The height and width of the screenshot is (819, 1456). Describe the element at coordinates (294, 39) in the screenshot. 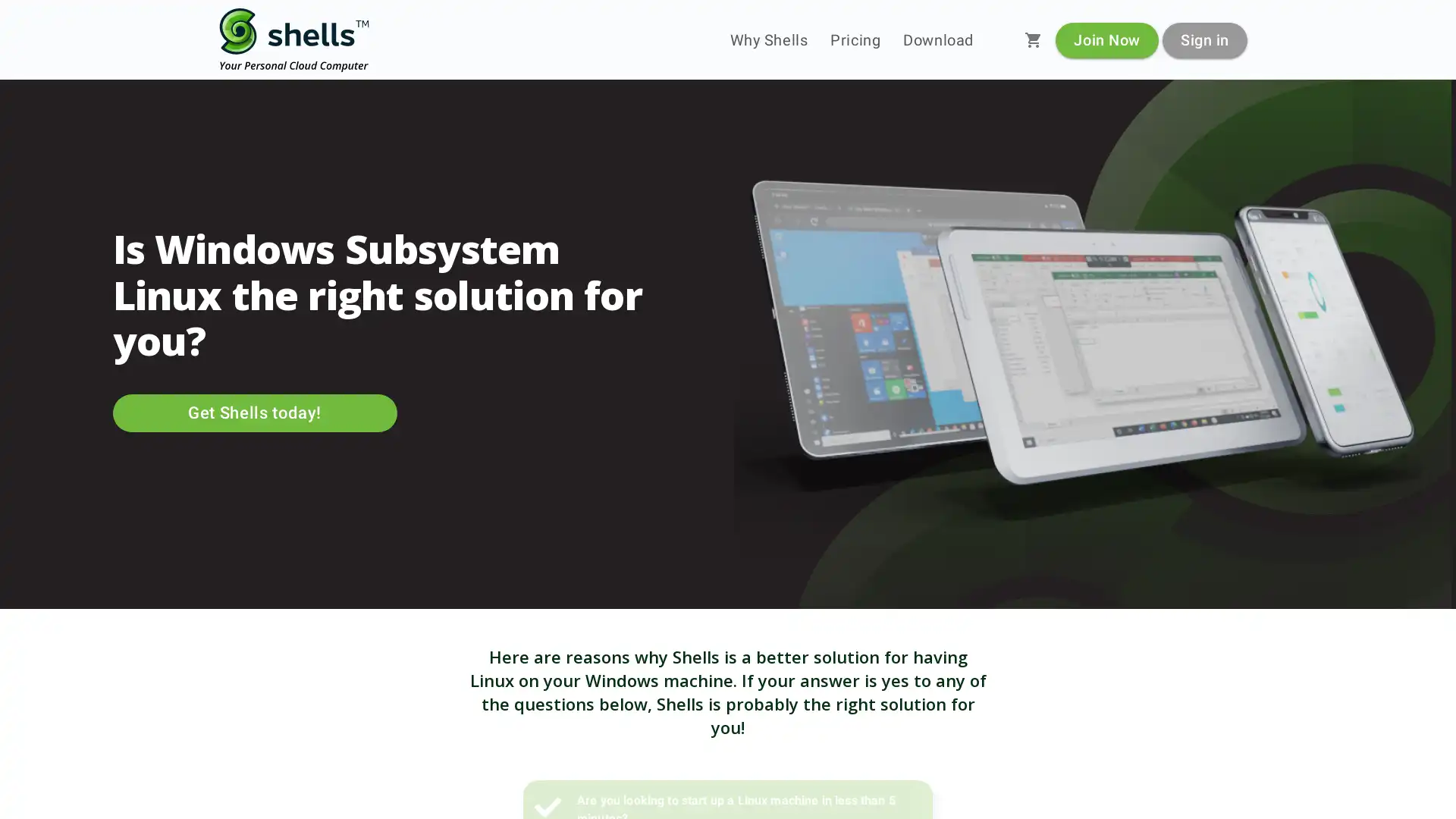

I see `Shells Logo` at that location.